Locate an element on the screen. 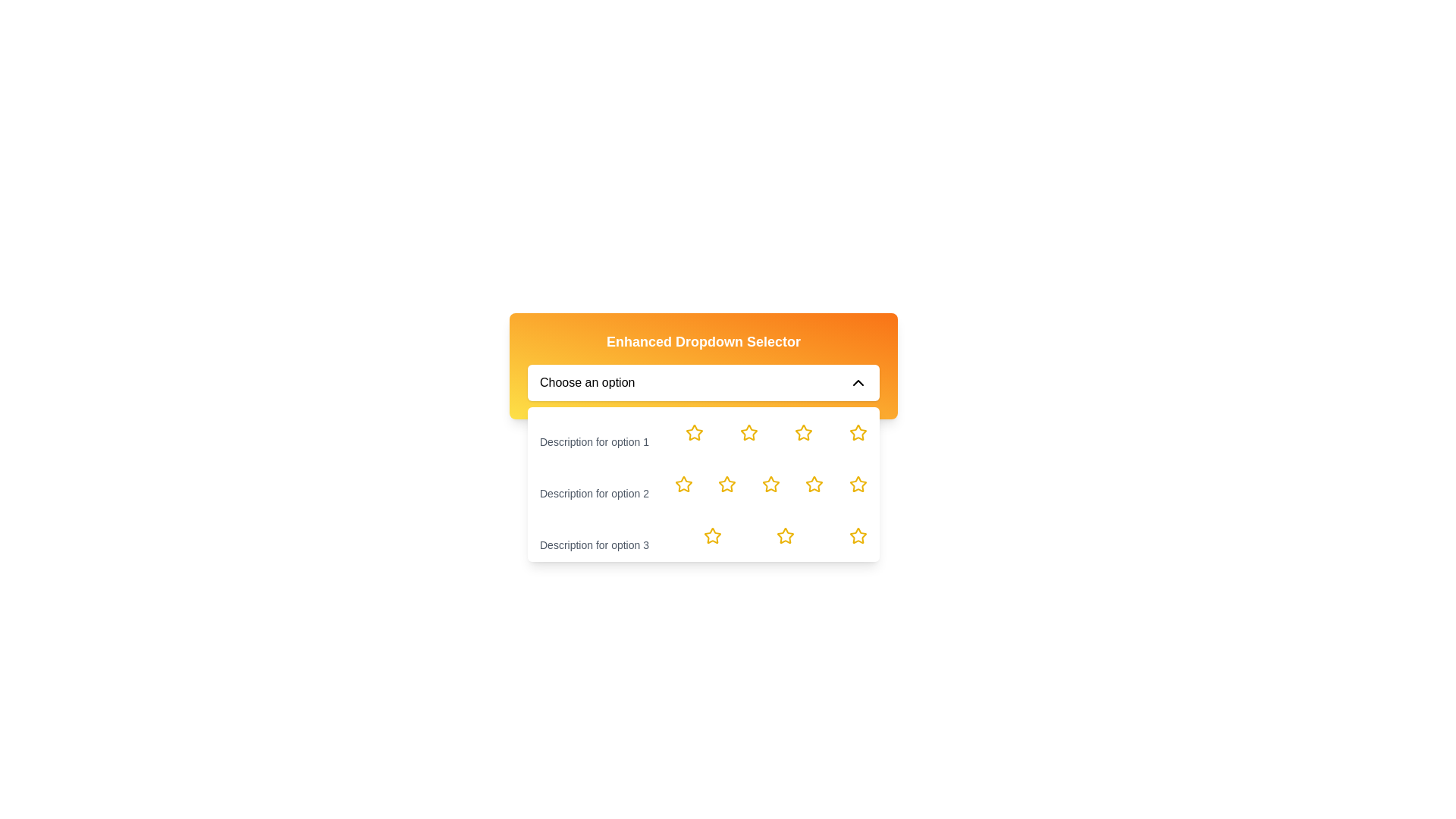 This screenshot has height=819, width=1456. keyboard navigation is located at coordinates (858, 535).